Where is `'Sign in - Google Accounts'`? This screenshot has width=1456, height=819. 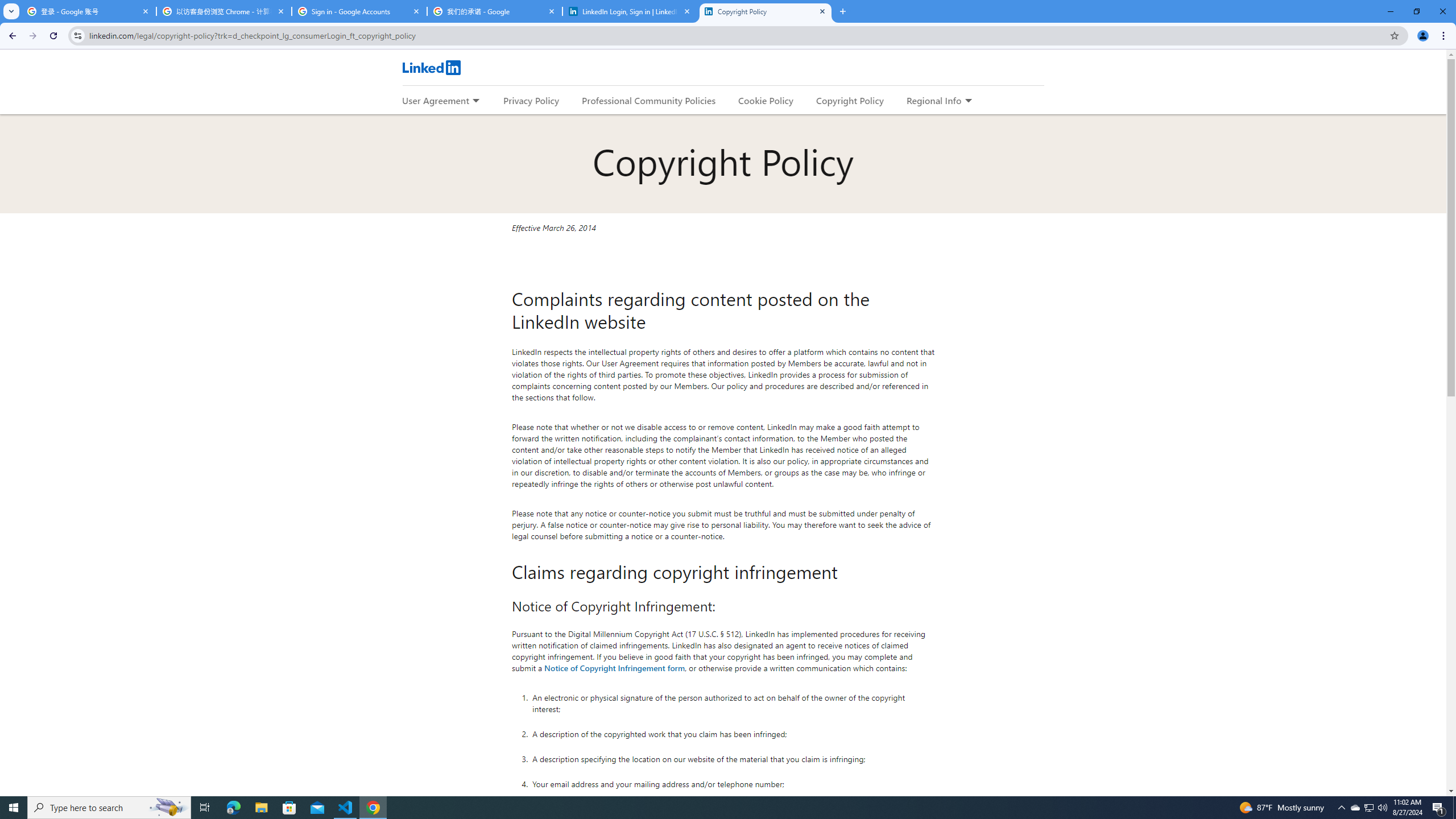
'Sign in - Google Accounts' is located at coordinates (359, 11).